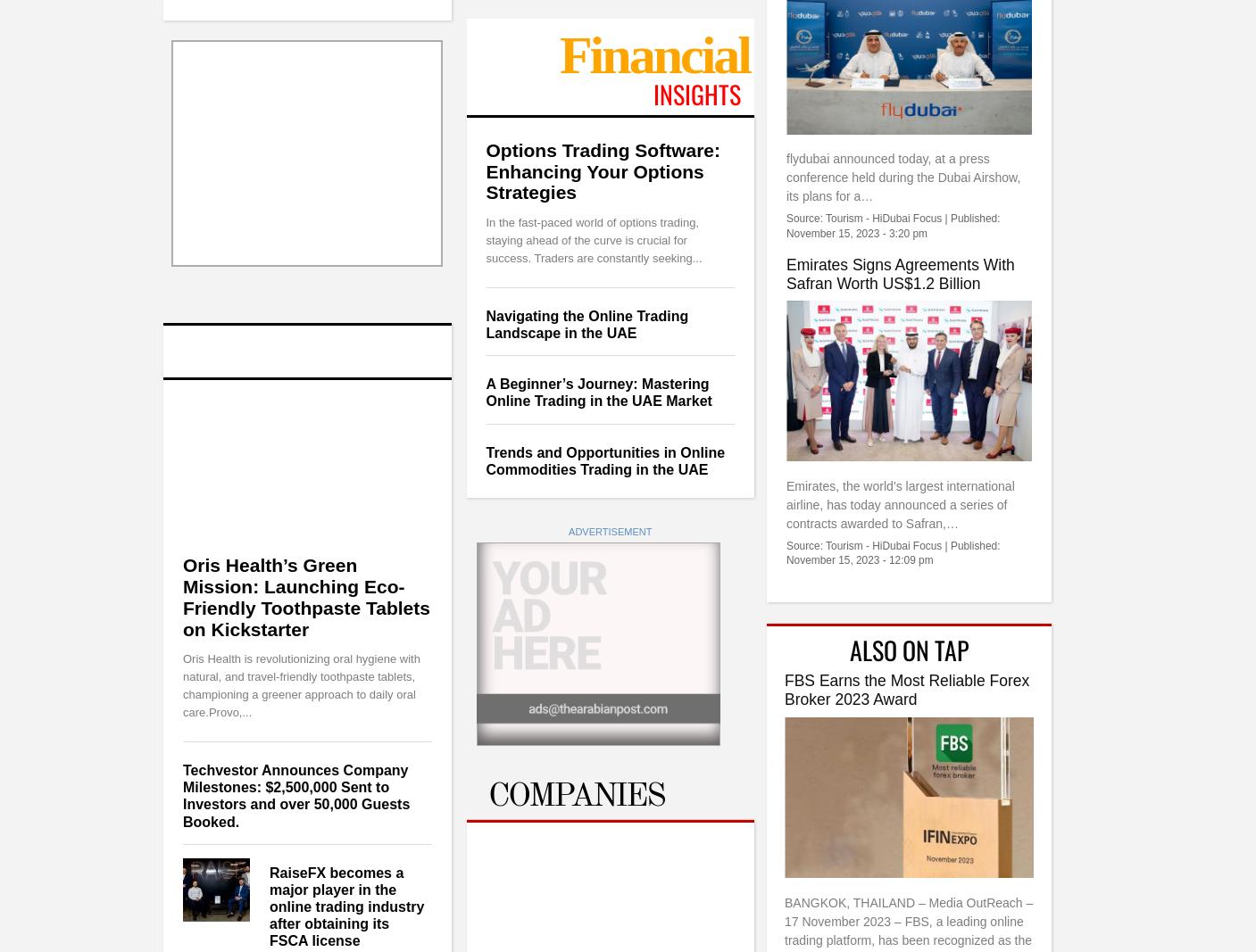 This screenshot has width=1256, height=952. Describe the element at coordinates (856, 232) in the screenshot. I see `'November 15, 2023 - 3:20 pm'` at that location.